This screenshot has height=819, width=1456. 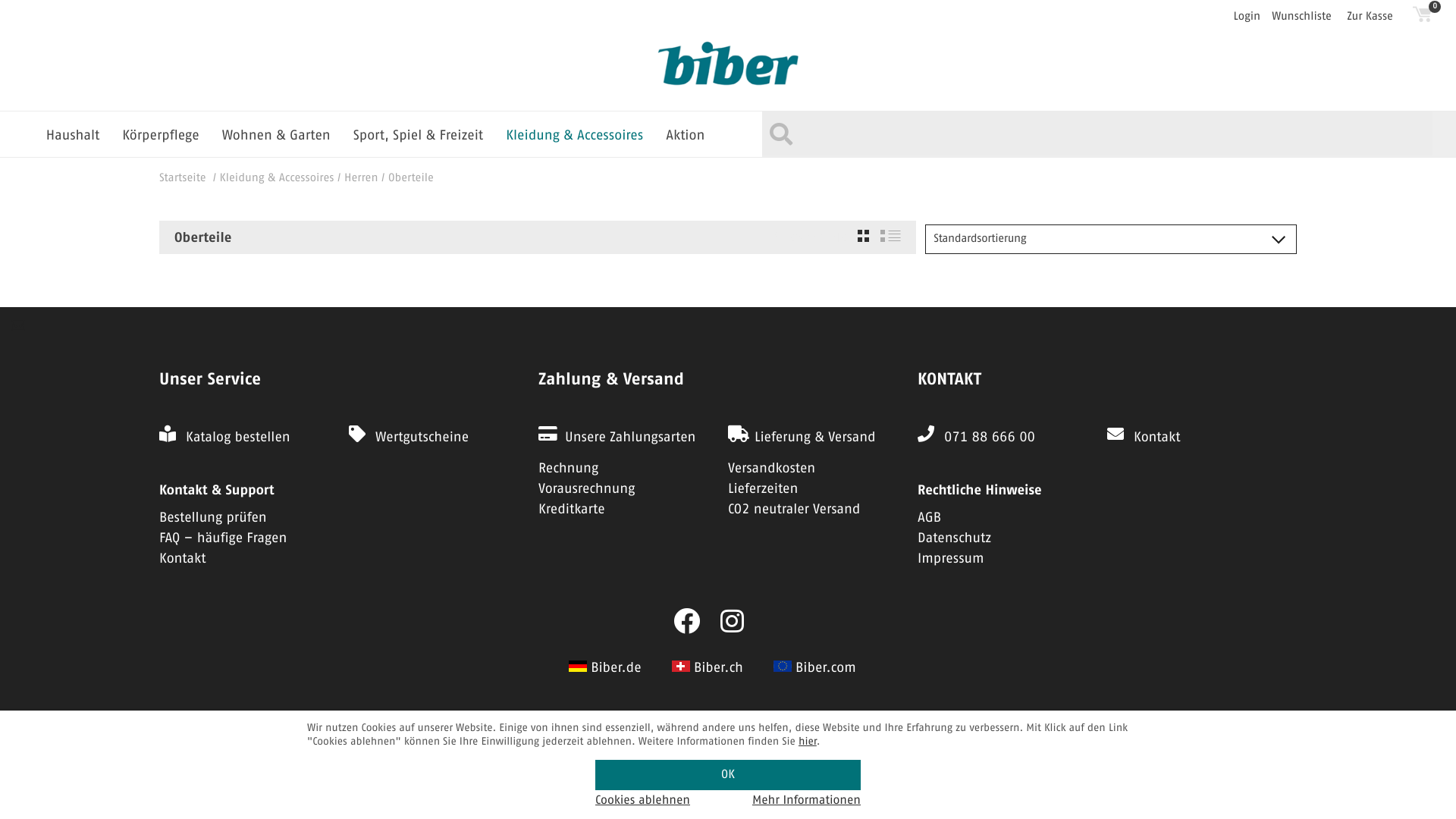 I want to click on 'Aktion', so click(x=666, y=134).